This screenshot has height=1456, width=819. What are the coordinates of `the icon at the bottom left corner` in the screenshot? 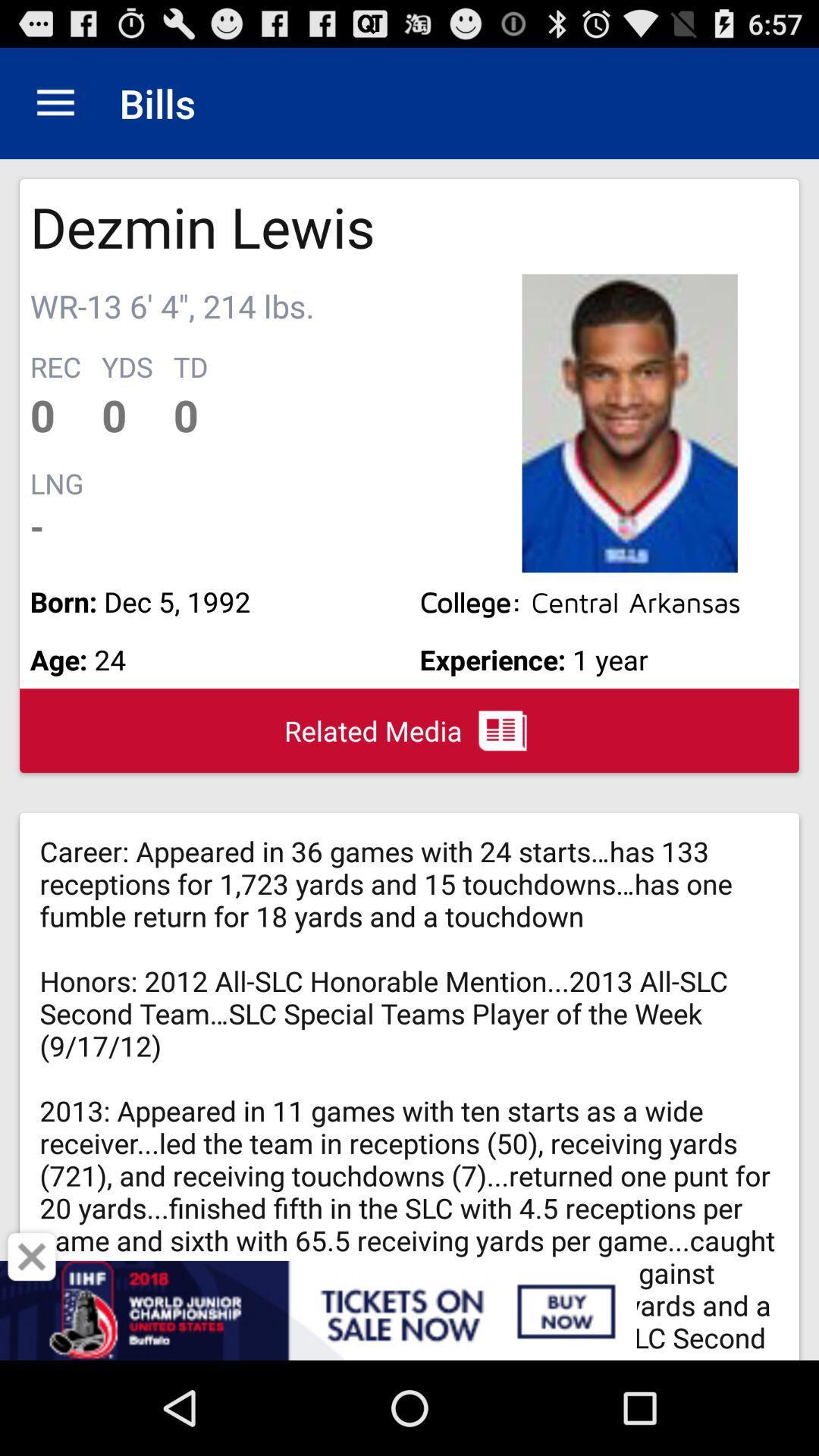 It's located at (32, 1257).